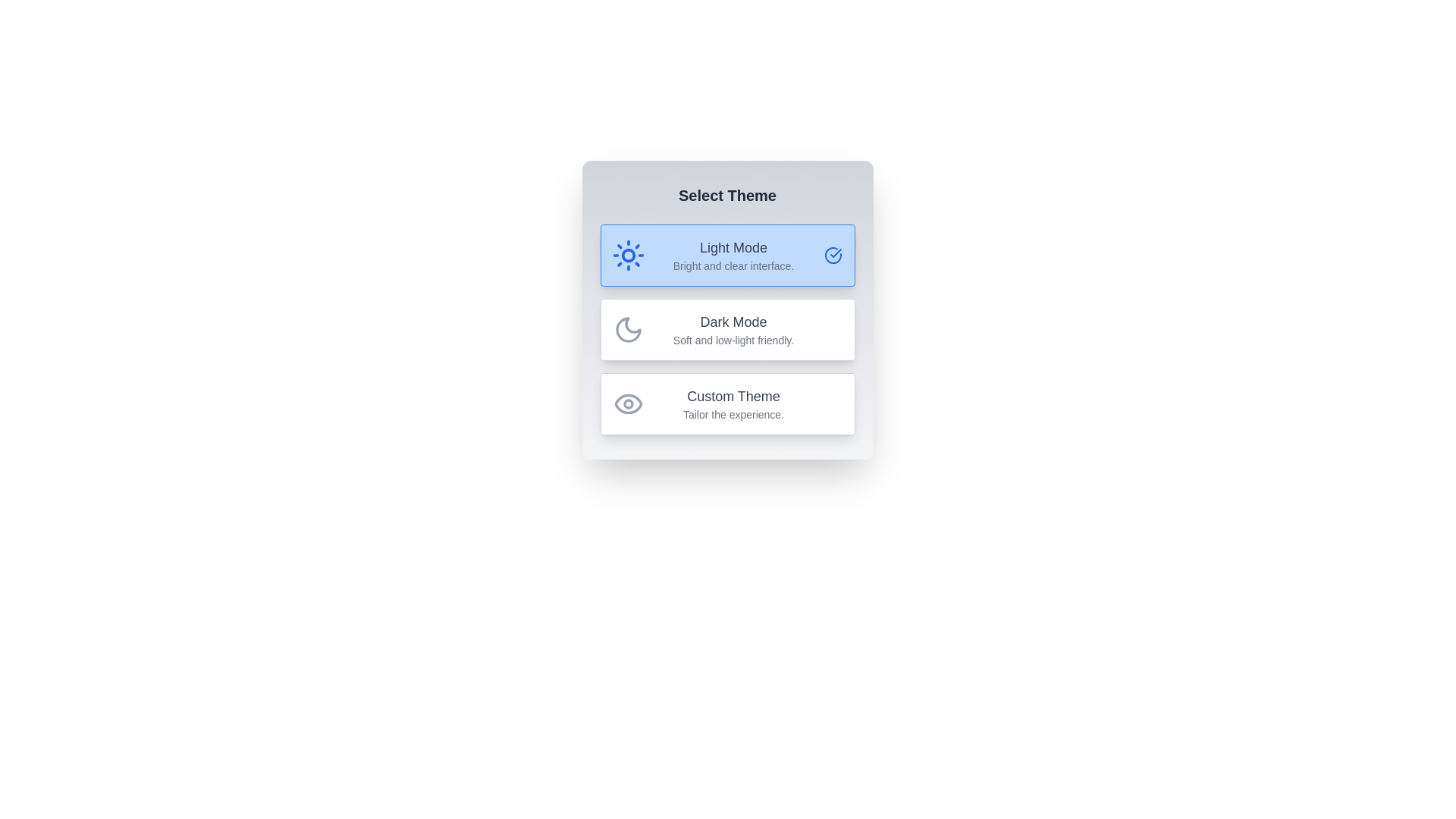  Describe the element at coordinates (733, 321) in the screenshot. I see `the 'Dark Mode' text label, which indicates the name of the theme option and is positioned above the descriptive text 'Soft and low-light friendly.'` at that location.